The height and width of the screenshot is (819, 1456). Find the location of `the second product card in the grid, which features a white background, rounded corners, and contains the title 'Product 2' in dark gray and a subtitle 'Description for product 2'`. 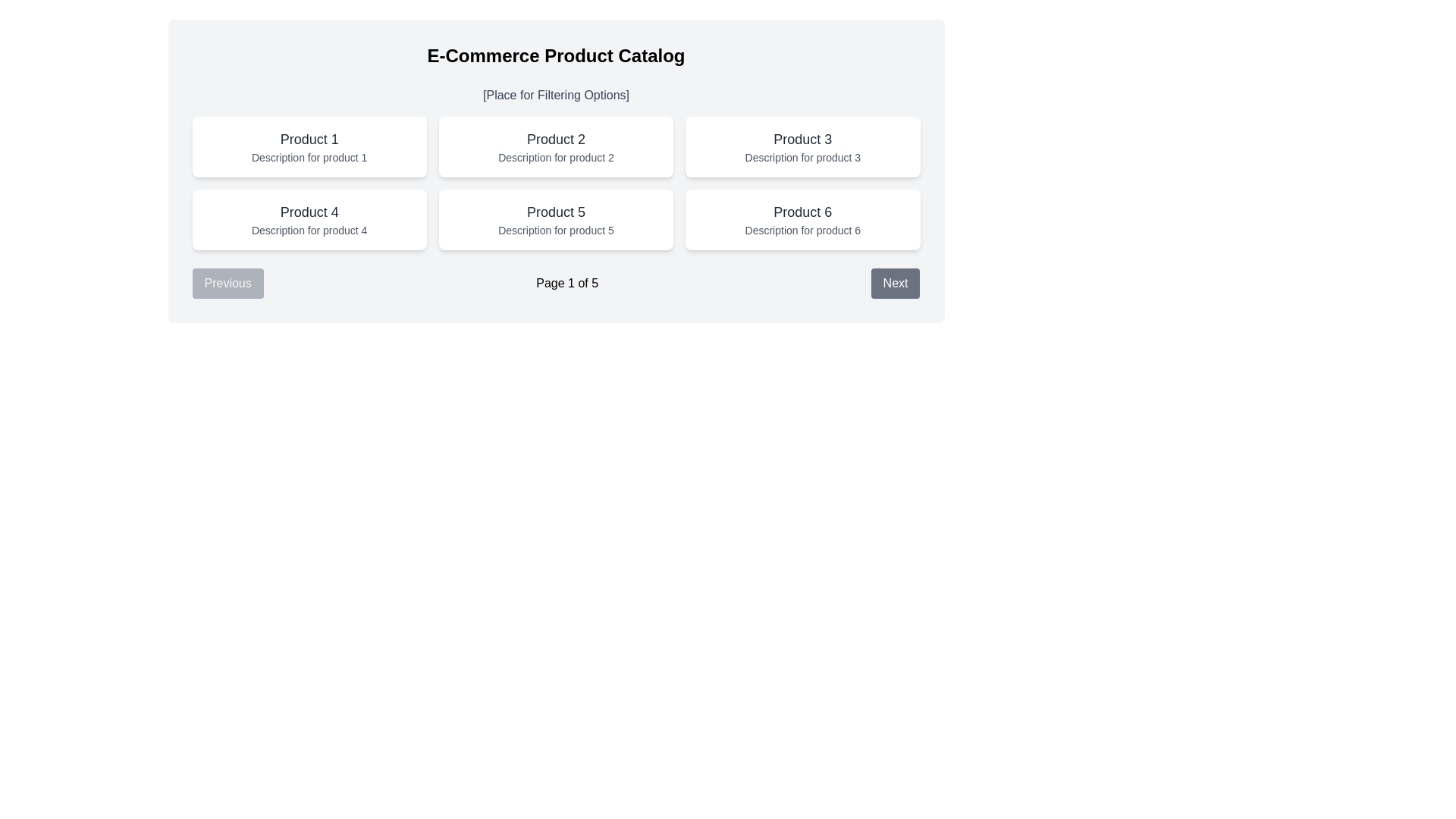

the second product card in the grid, which features a white background, rounded corners, and contains the title 'Product 2' in dark gray and a subtitle 'Description for product 2' is located at coordinates (555, 146).